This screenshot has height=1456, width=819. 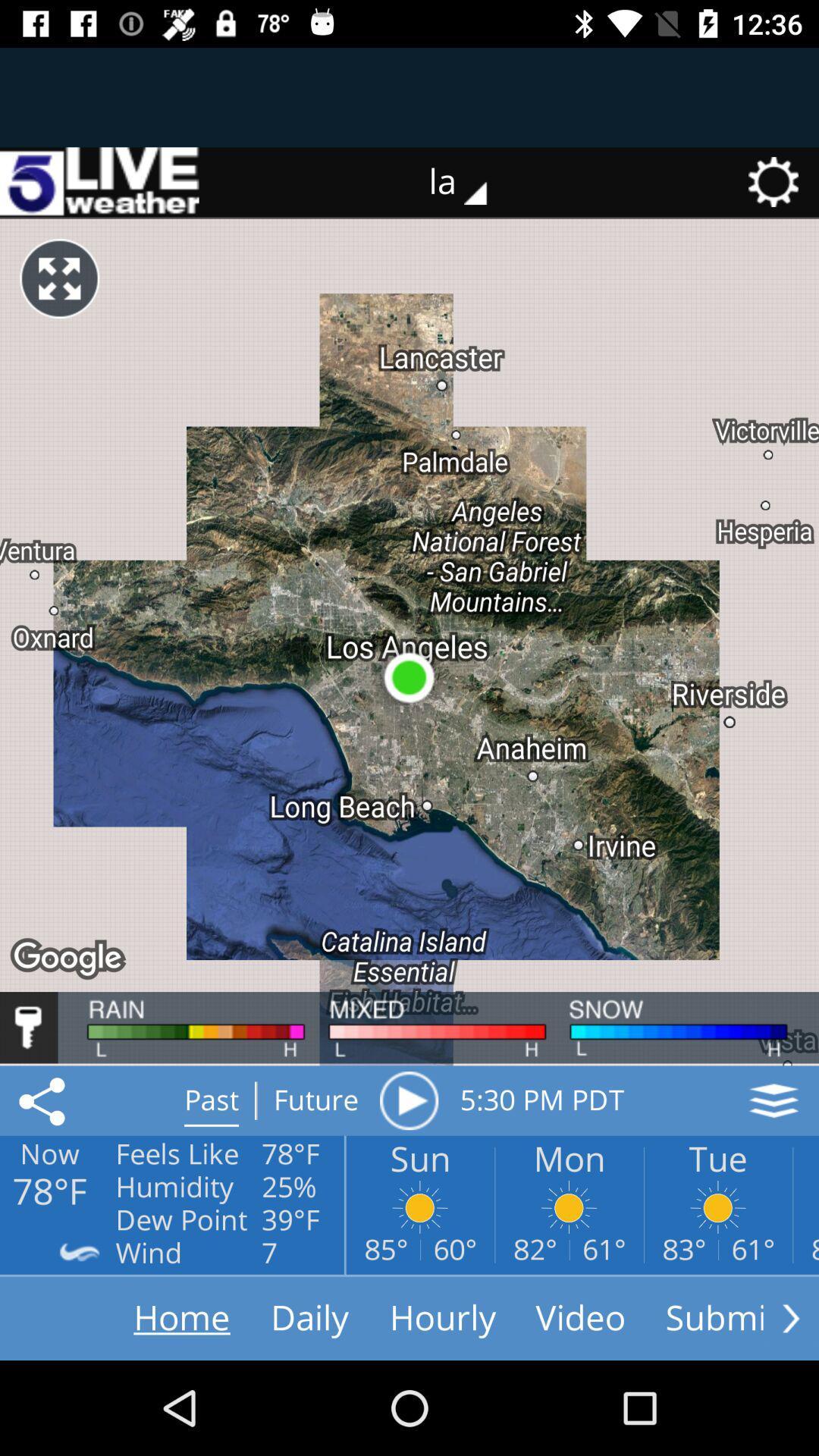 What do you see at coordinates (790, 1317) in the screenshot?
I see `the arrow_forward icon` at bounding box center [790, 1317].